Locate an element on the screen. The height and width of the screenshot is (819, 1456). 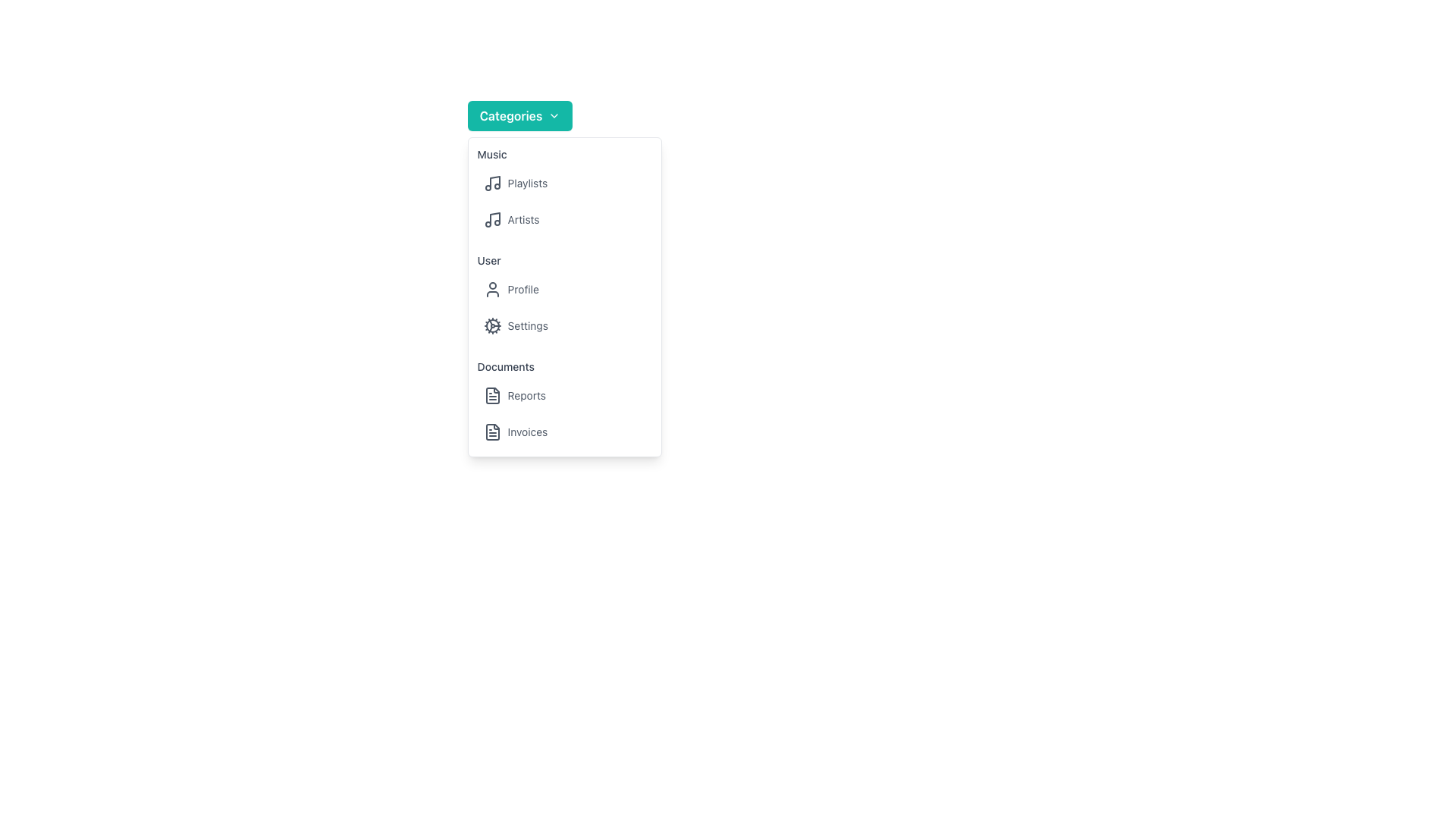
the 'Reports' navigation link located in the 'Documents' section of the menu, which is positioned above the 'Invoices' element is located at coordinates (563, 394).